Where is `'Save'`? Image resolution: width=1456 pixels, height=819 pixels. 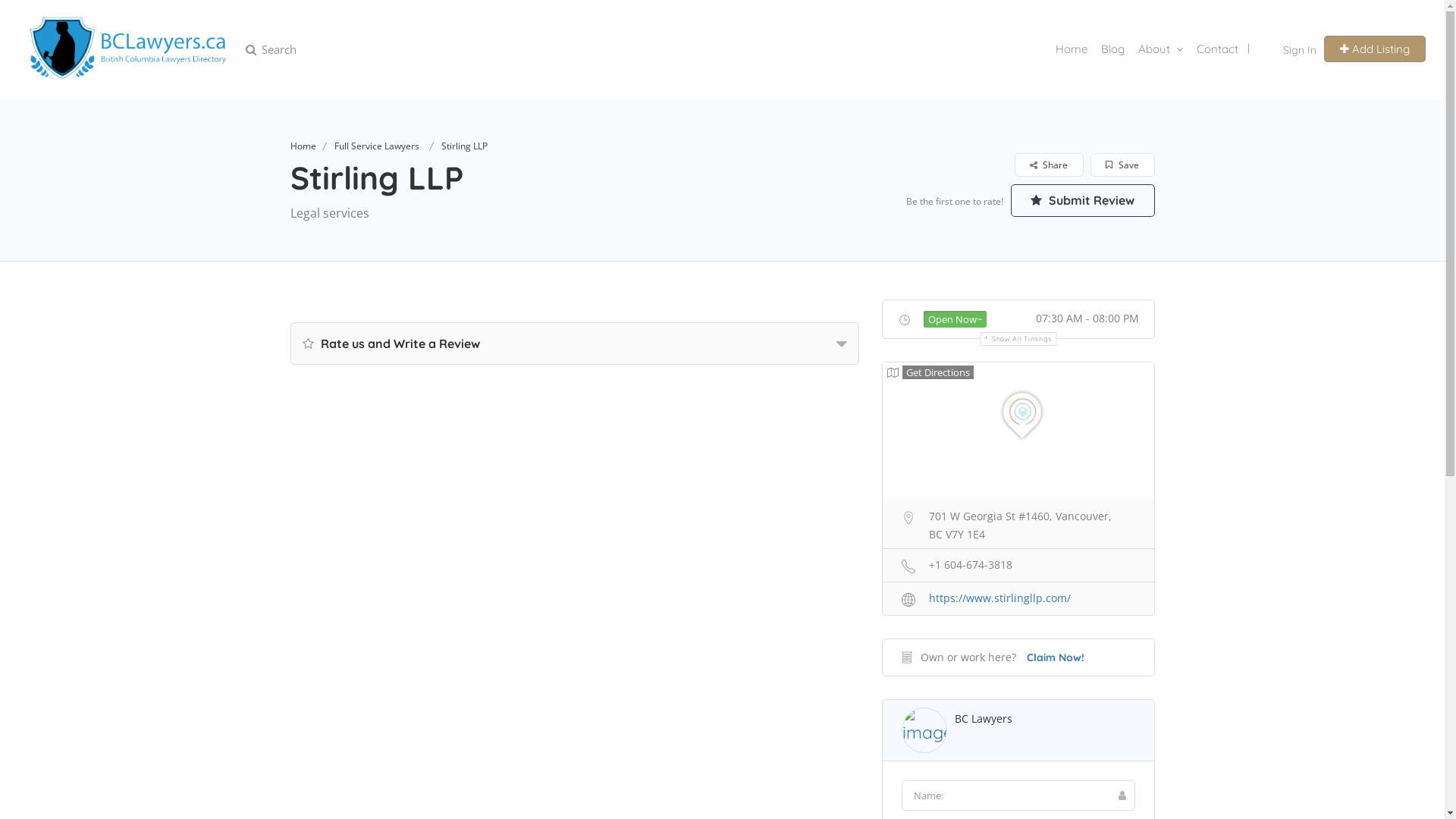 'Save' is located at coordinates (1121, 165).